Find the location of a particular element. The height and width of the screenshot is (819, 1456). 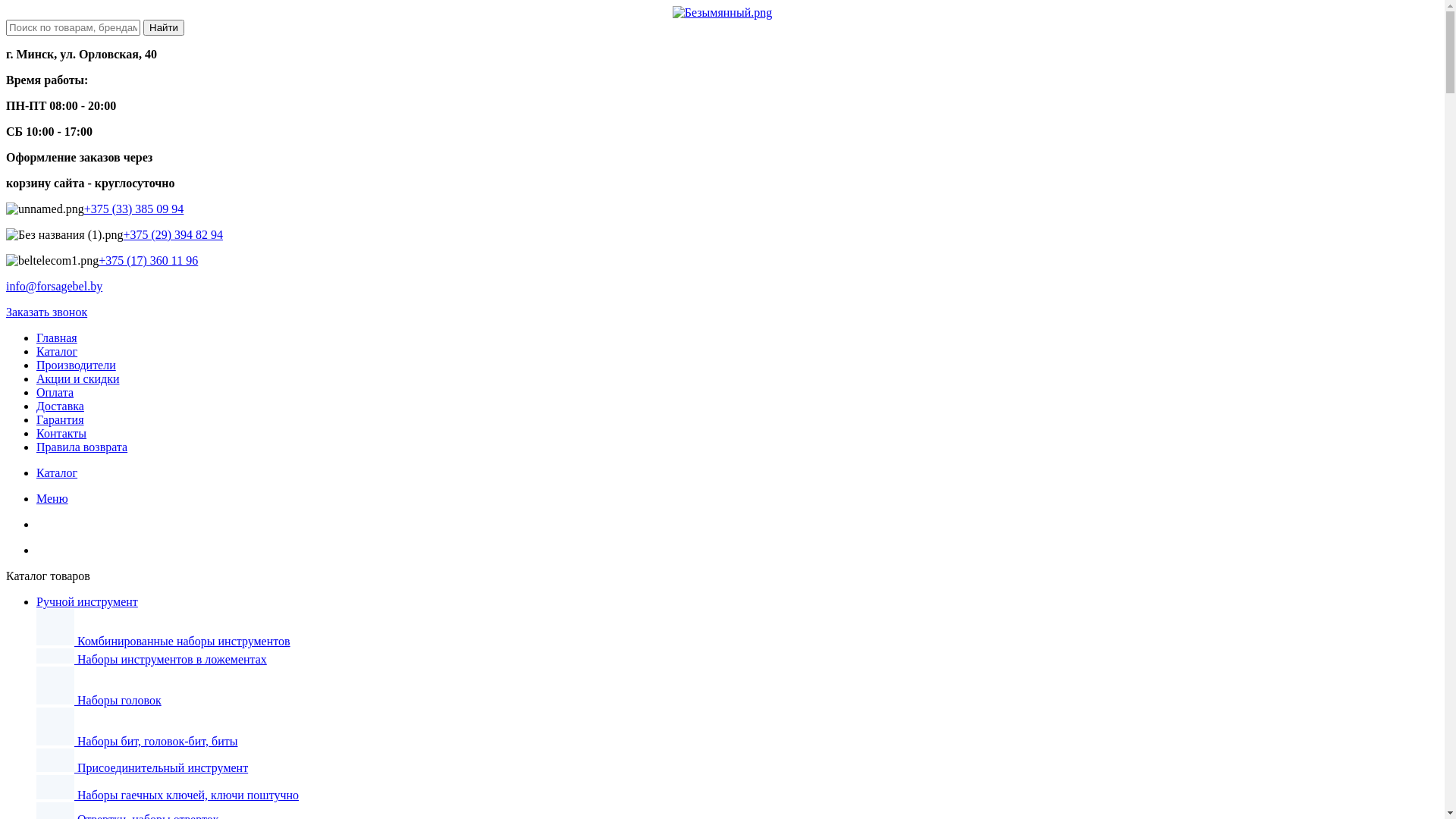

'+375 (33) 385 09 94' is located at coordinates (134, 209).